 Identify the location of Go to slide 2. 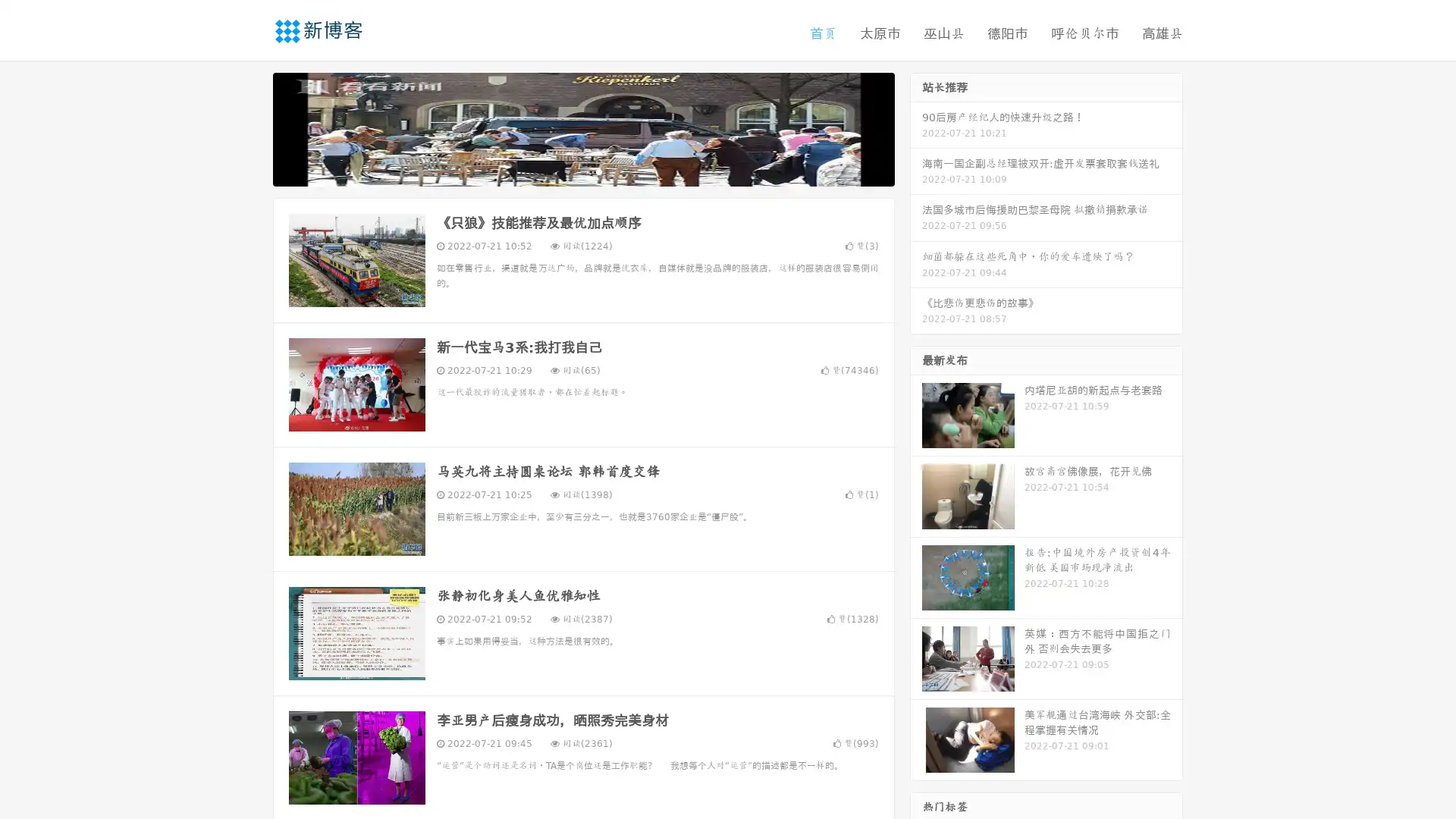
(582, 171).